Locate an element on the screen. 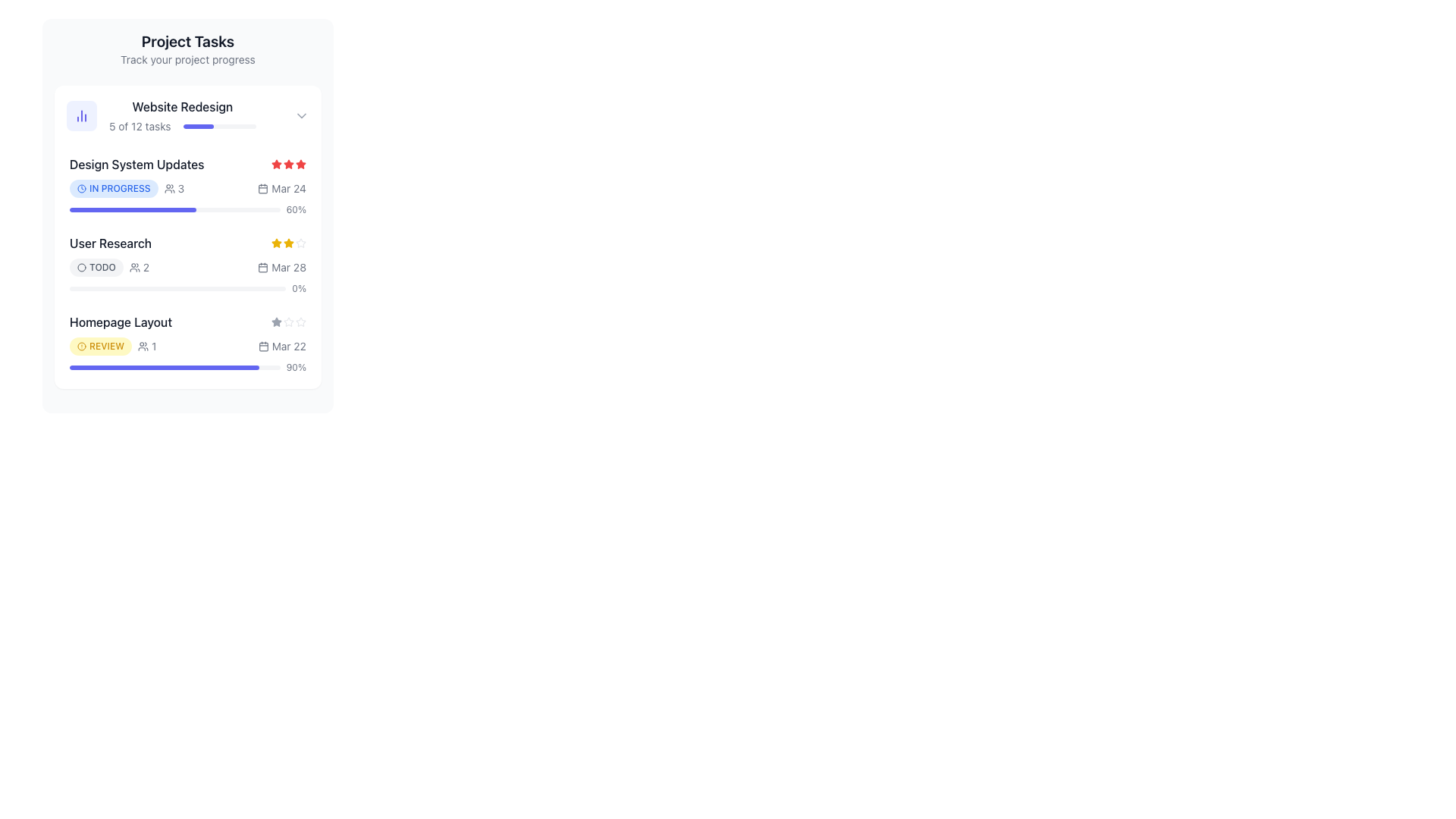  the progress bar within the task management card is located at coordinates (187, 216).